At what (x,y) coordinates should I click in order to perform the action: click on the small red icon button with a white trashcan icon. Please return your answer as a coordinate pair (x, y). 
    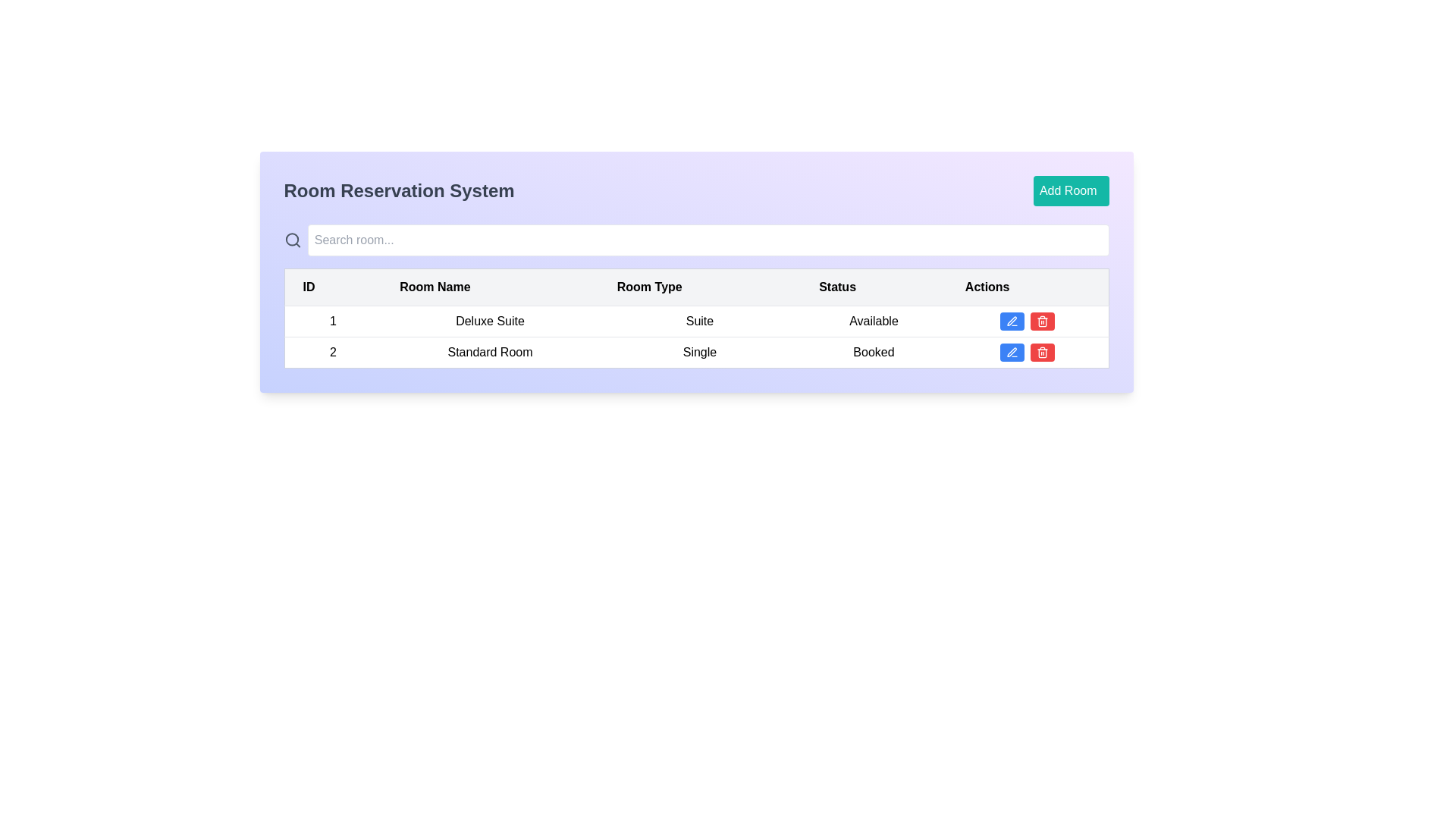
    Looking at the image, I should click on (1042, 353).